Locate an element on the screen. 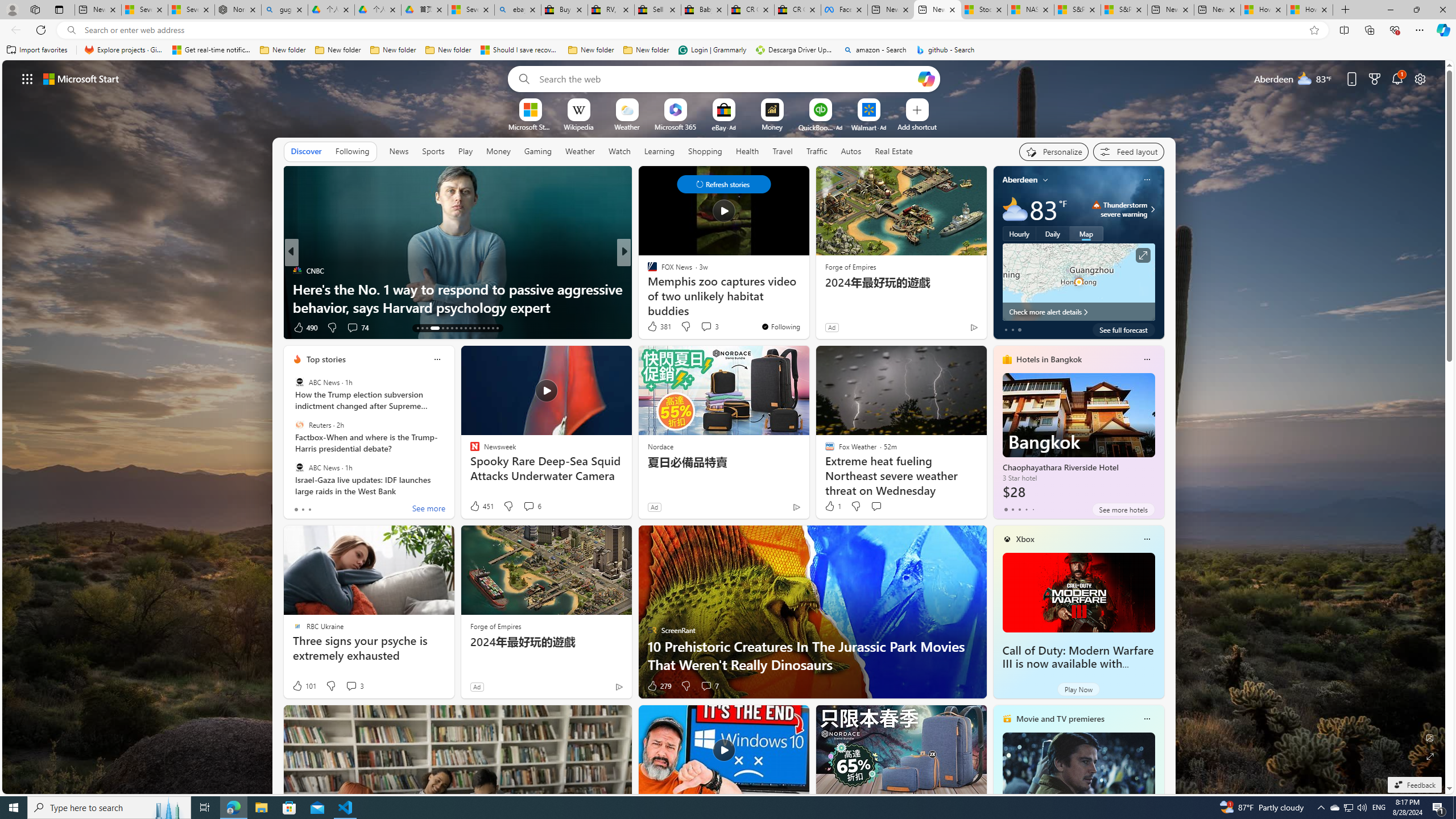  'Real Estate' is located at coordinates (893, 151).